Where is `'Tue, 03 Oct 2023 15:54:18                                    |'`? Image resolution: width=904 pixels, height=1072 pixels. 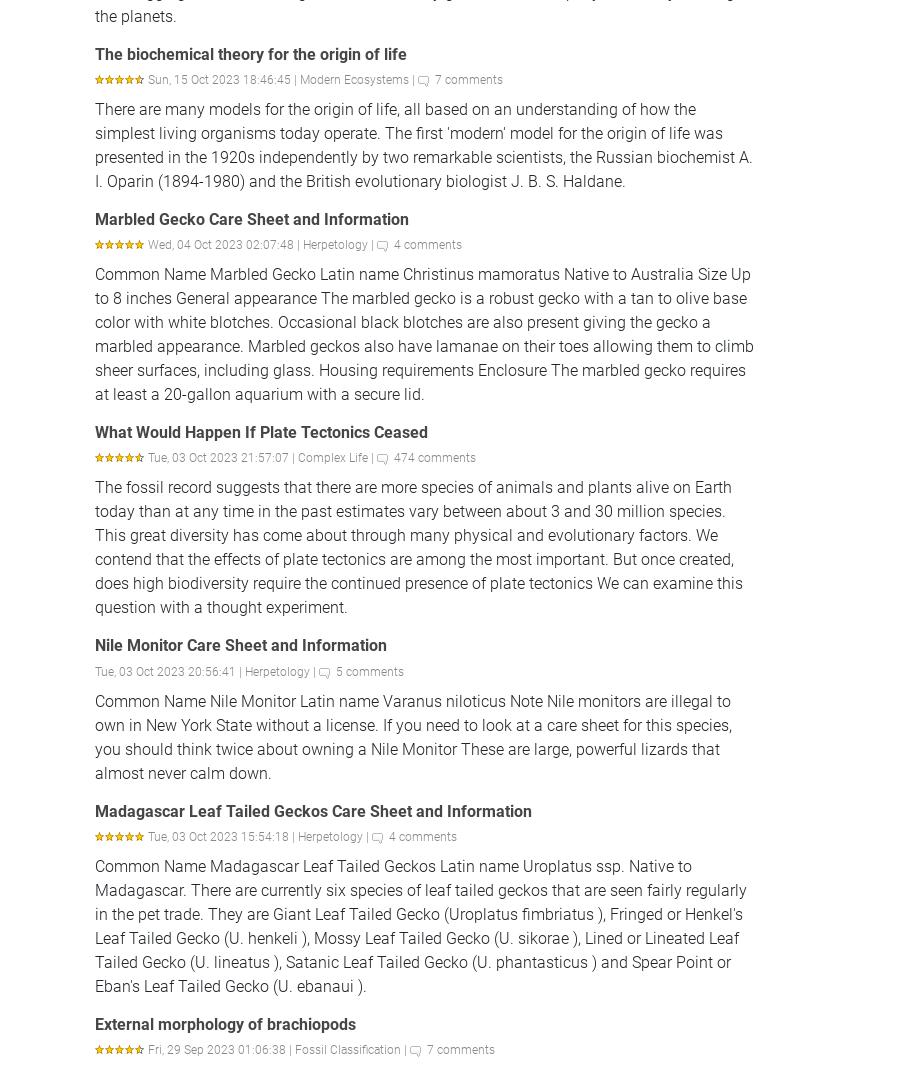 'Tue, 03 Oct 2023 15:54:18                                    |' is located at coordinates (223, 835).